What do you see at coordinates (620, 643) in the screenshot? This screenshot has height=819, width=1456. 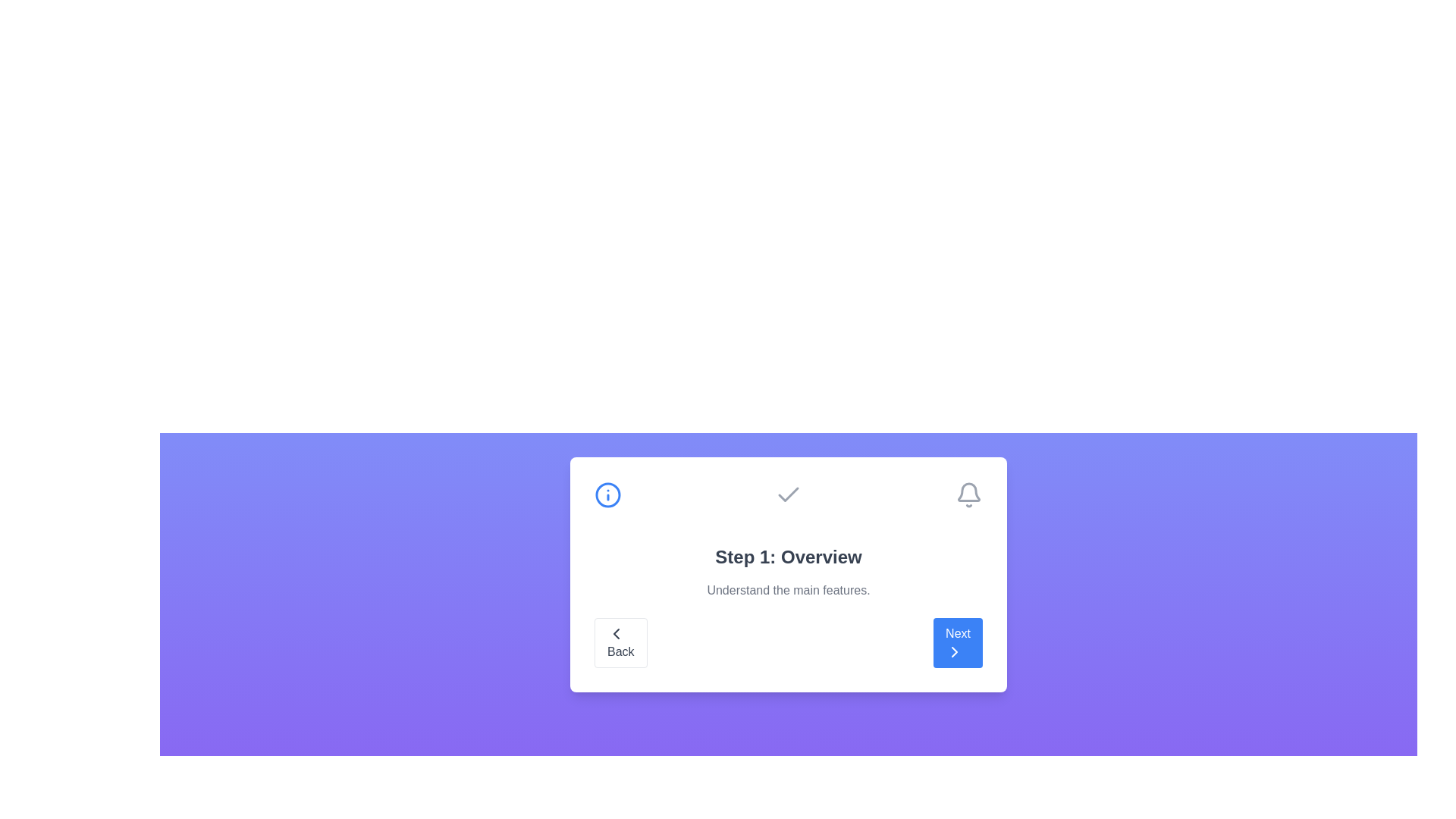 I see `the 'Back' button to navigate to the previous step` at bounding box center [620, 643].